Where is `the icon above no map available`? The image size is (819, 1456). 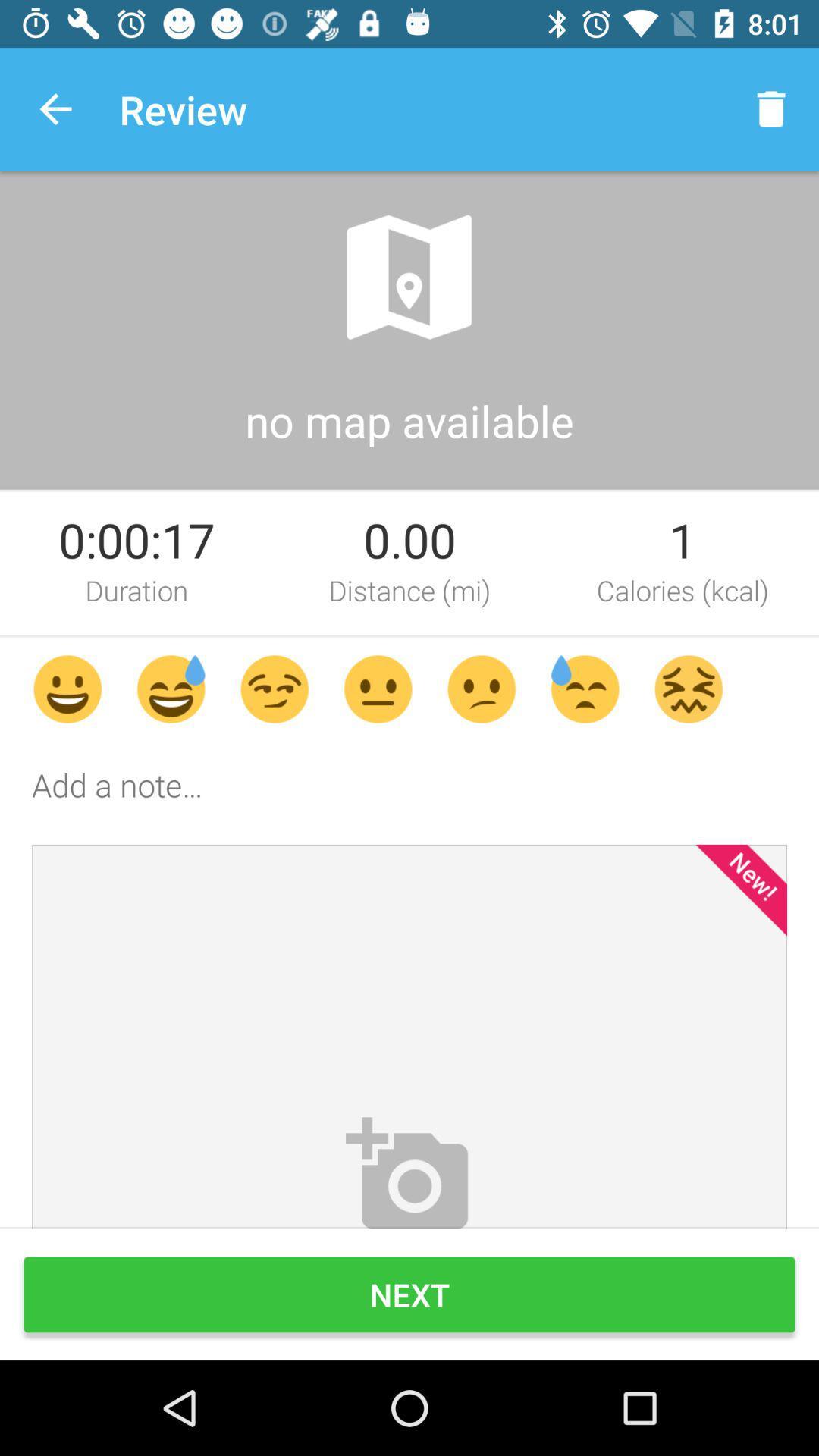 the icon above no map available is located at coordinates (408, 277).